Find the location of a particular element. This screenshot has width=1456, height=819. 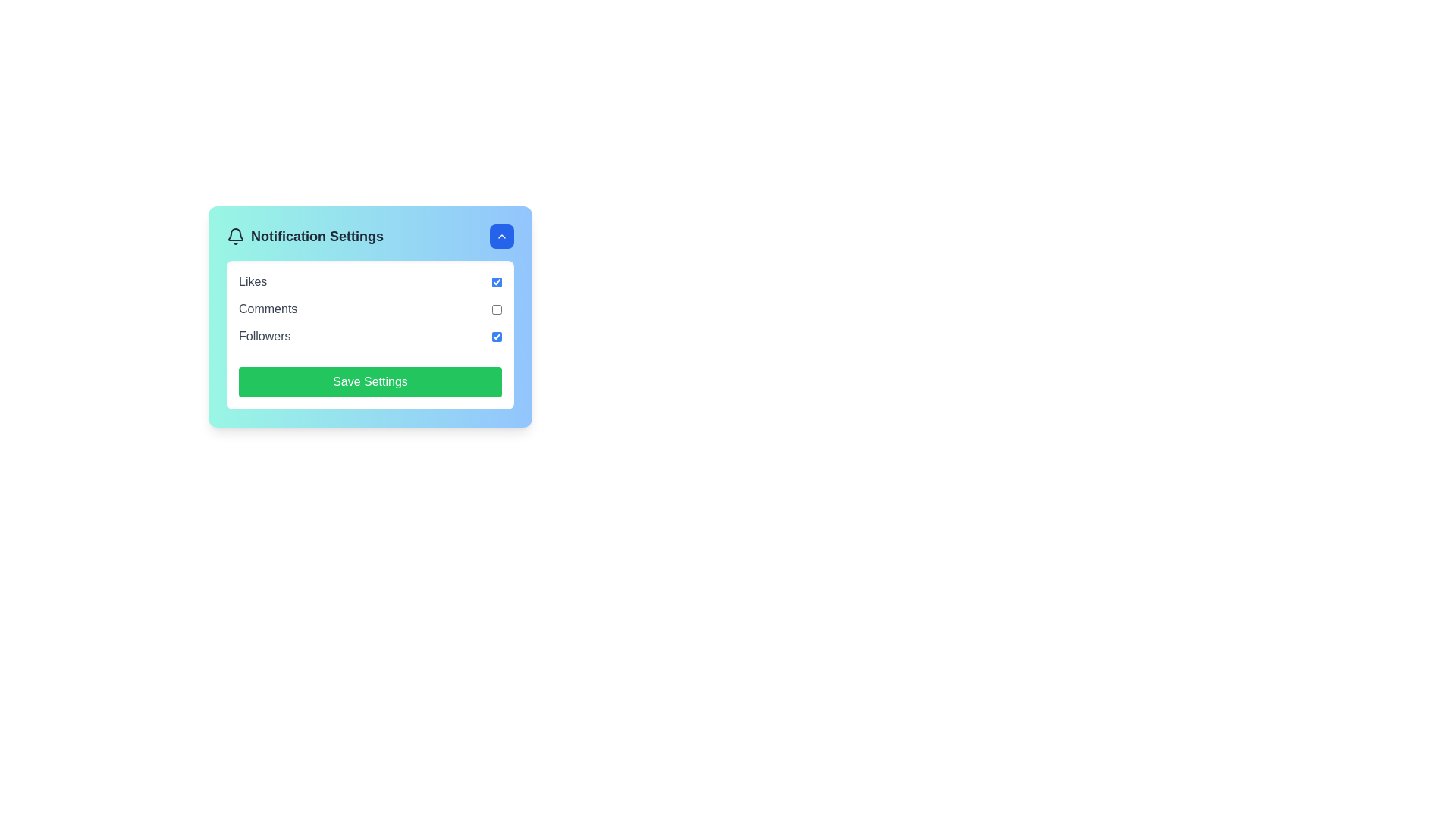

label displaying the text 'Comments' which is bold and capitalized, located to the left of a checkbox in the notification settings panel is located at coordinates (268, 309).